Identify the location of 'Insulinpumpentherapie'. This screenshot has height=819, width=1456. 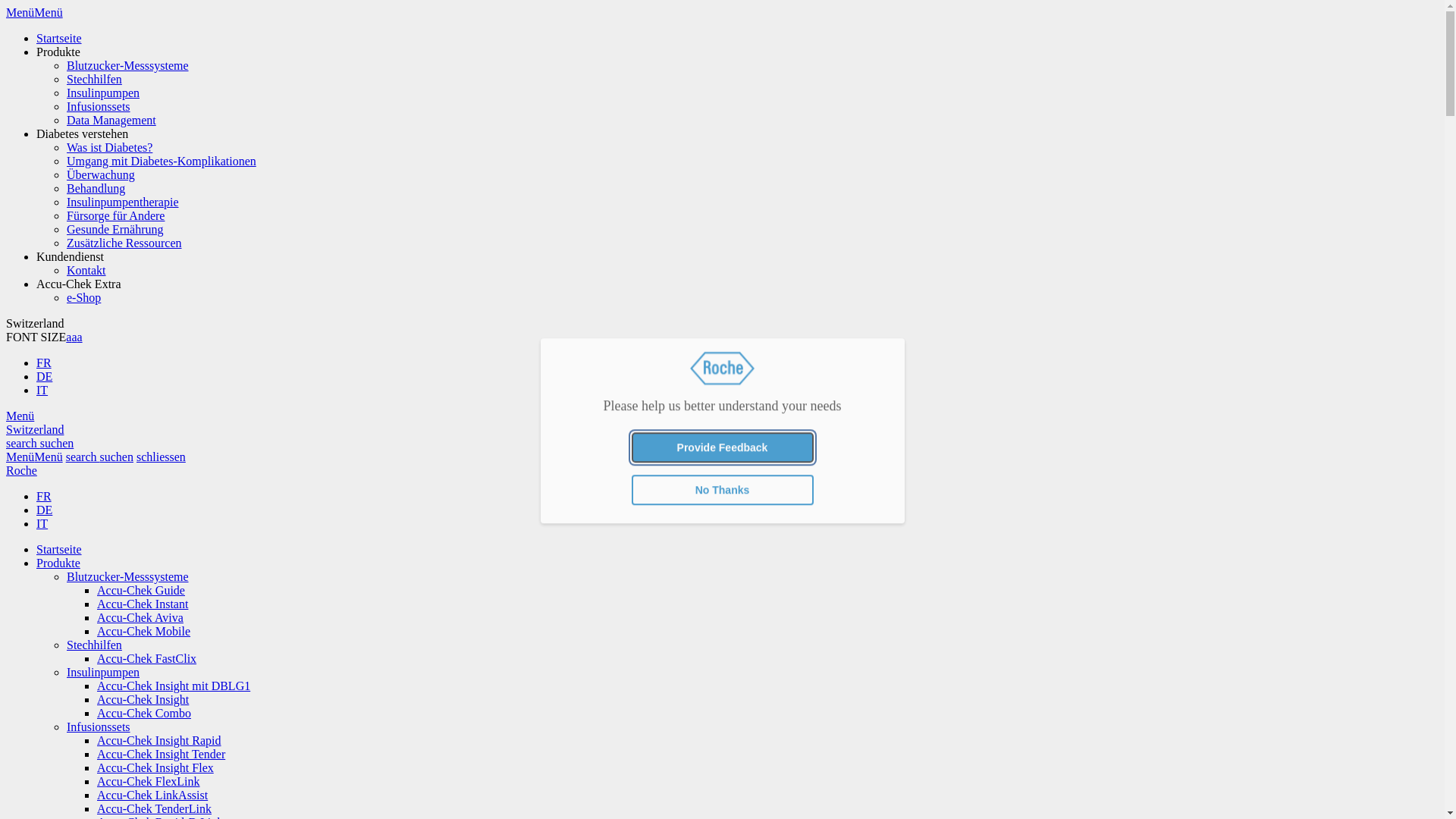
(65, 201).